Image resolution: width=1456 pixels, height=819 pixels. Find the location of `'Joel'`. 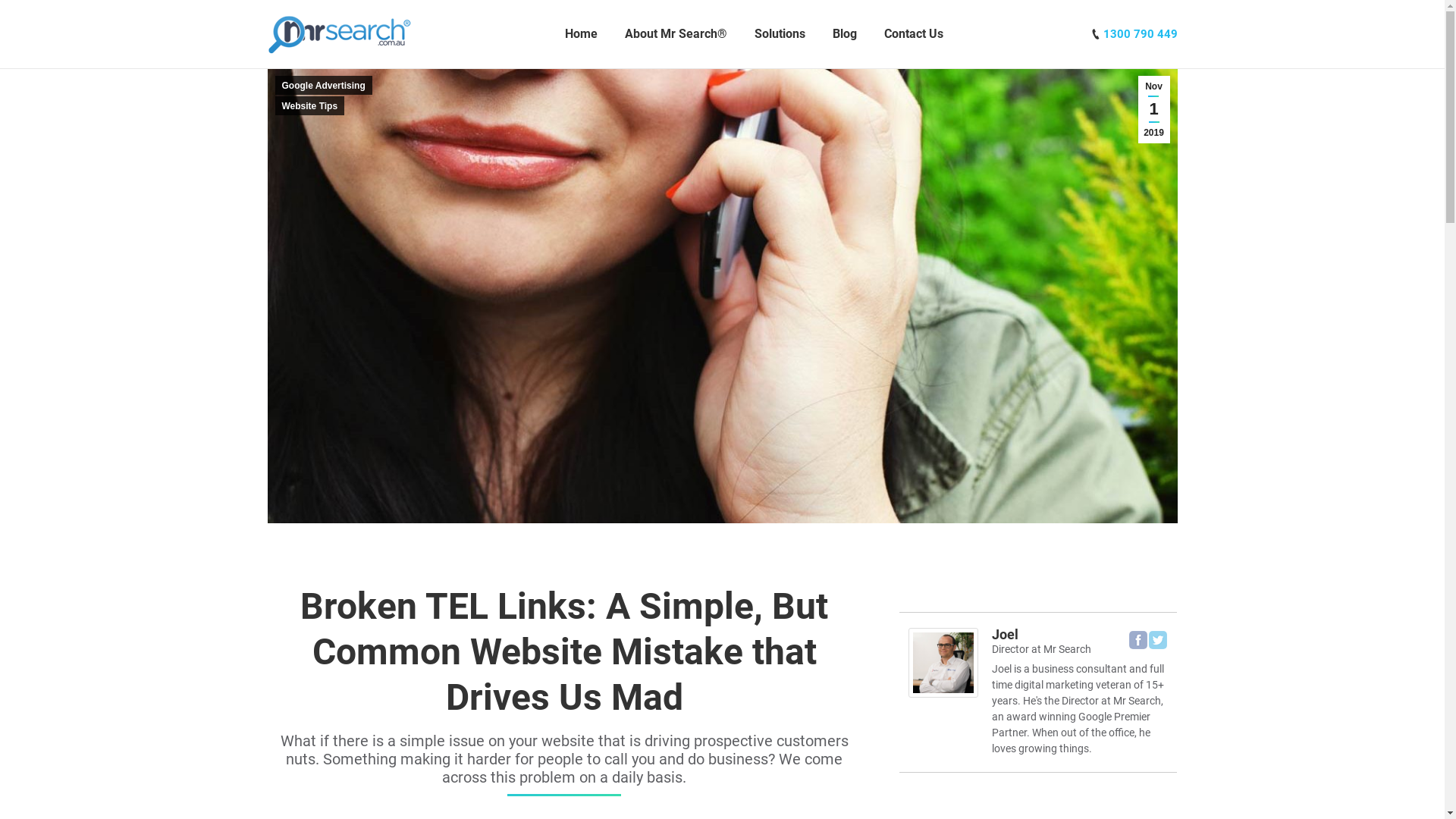

'Joel' is located at coordinates (992, 634).